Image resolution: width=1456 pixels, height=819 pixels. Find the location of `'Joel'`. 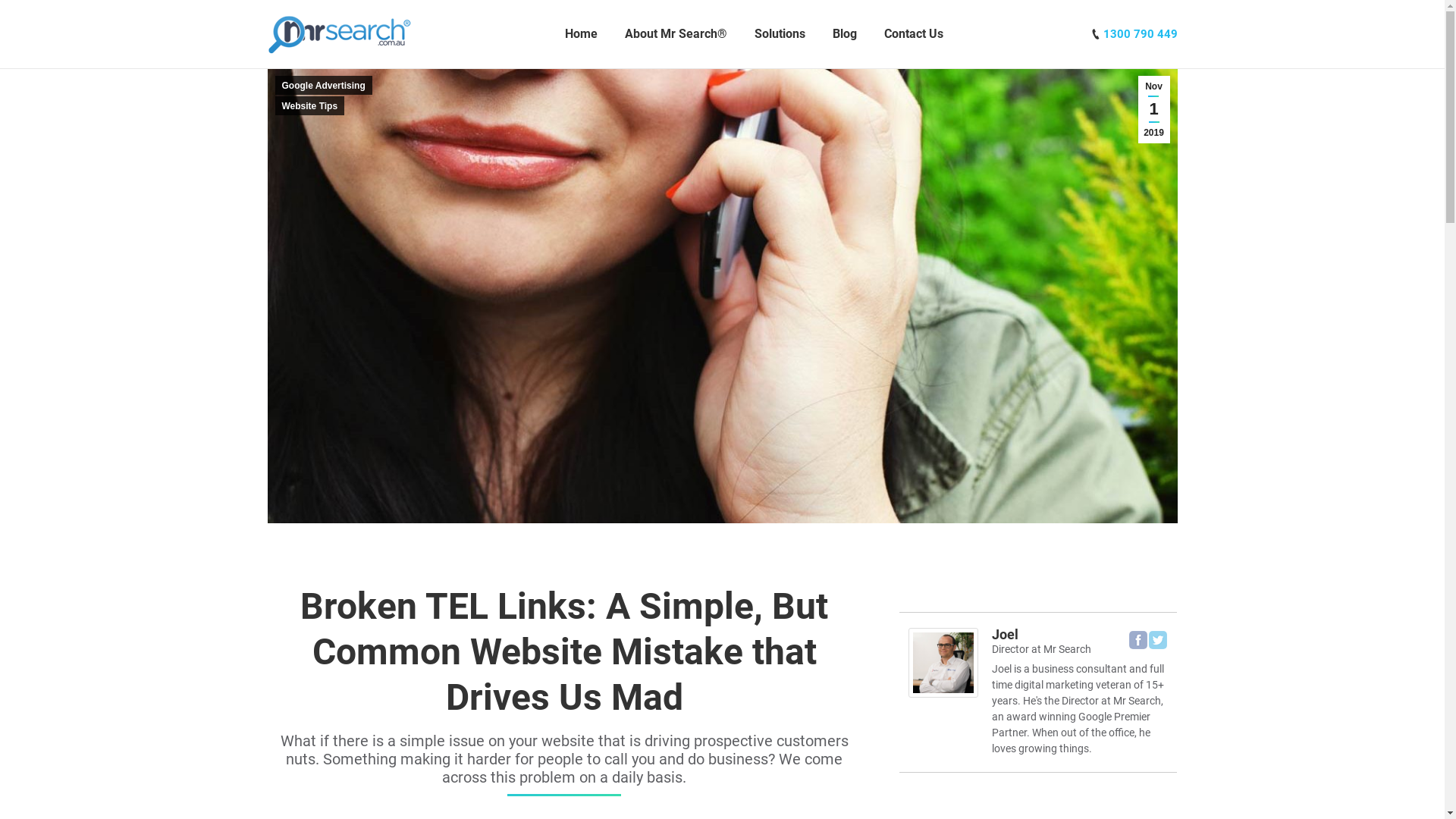

'Joel' is located at coordinates (992, 634).